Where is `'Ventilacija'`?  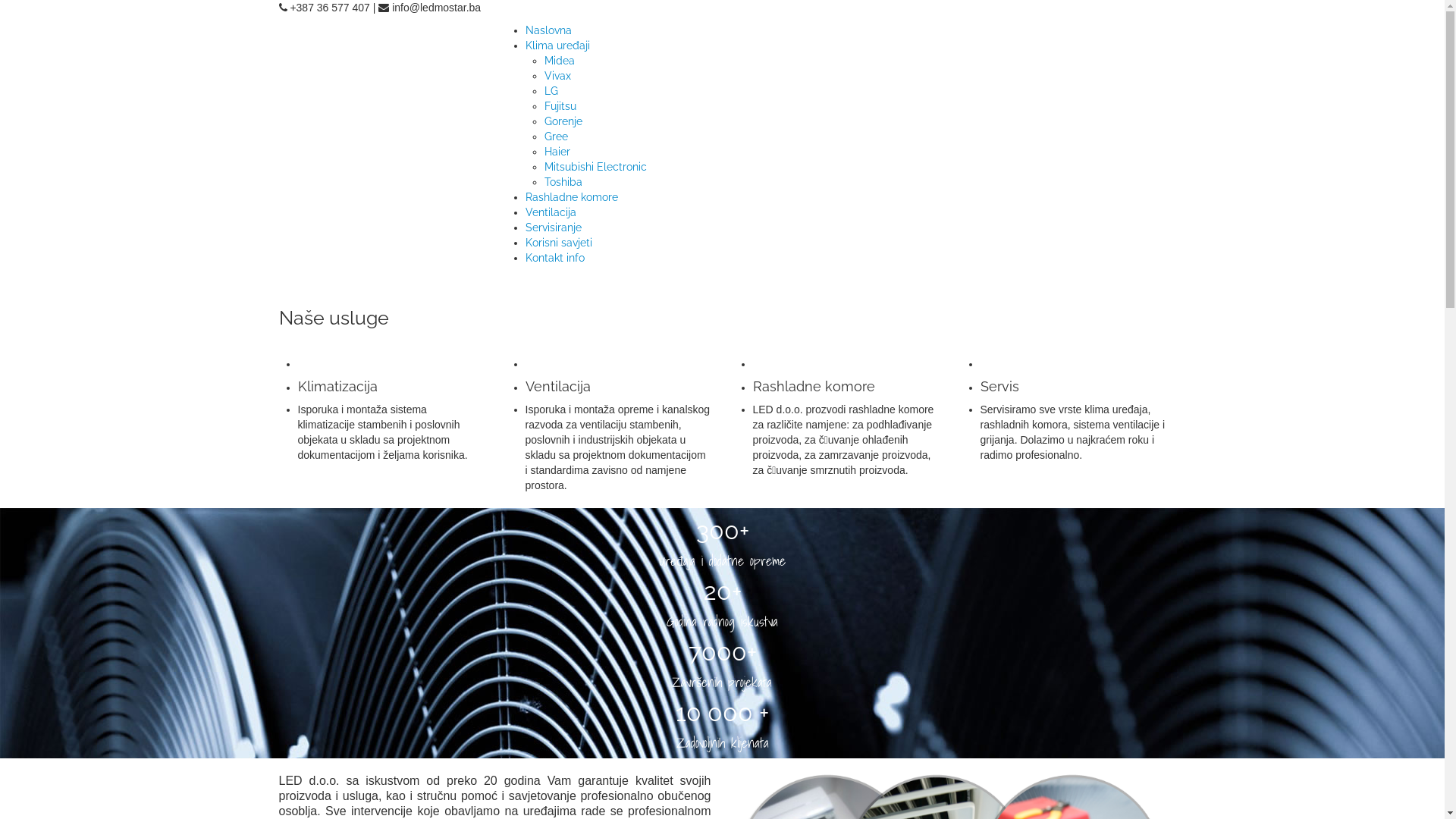
'Ventilacija' is located at coordinates (549, 212).